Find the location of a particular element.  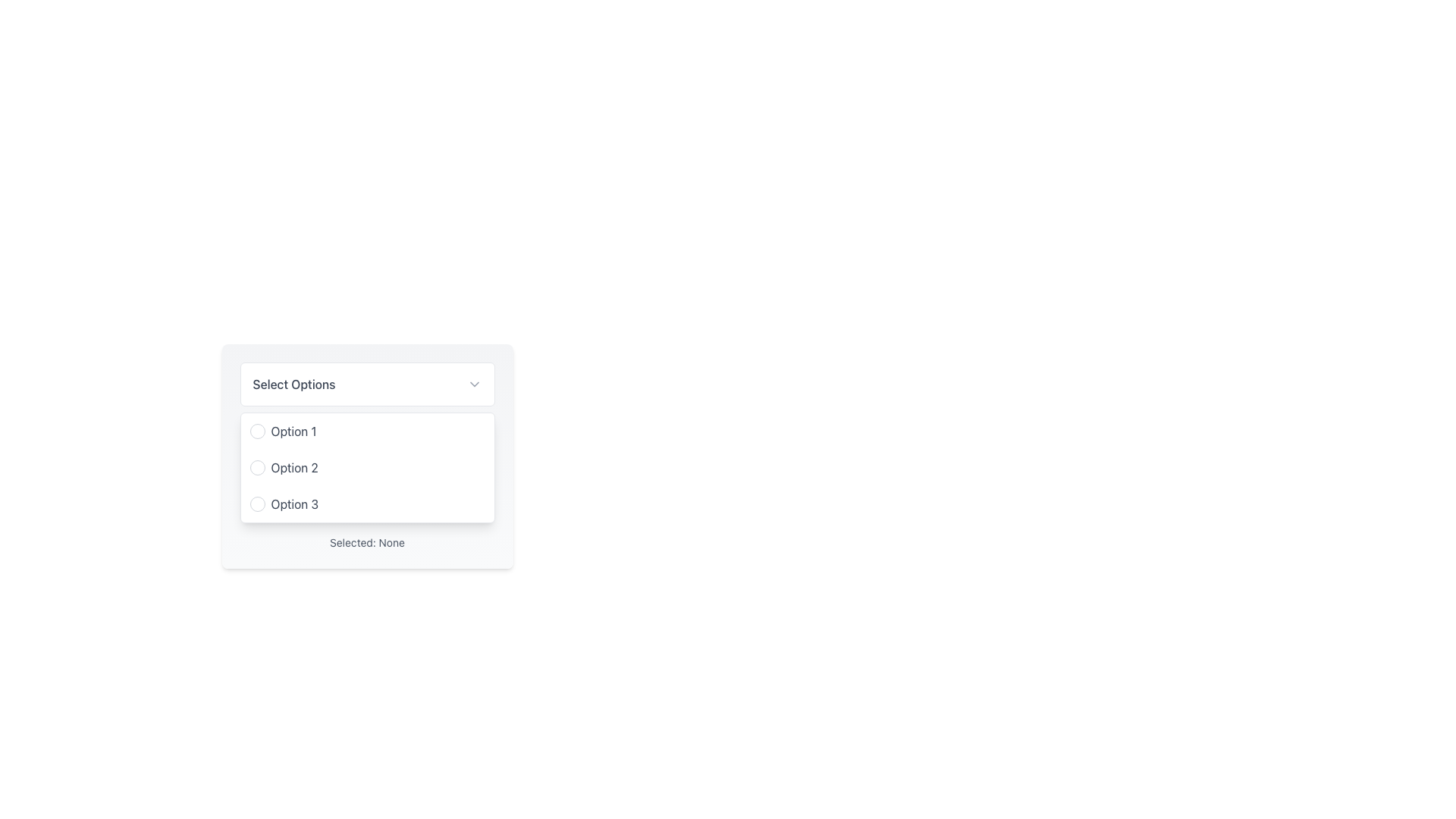

the dropdown menu displaying radio button options is located at coordinates (367, 467).